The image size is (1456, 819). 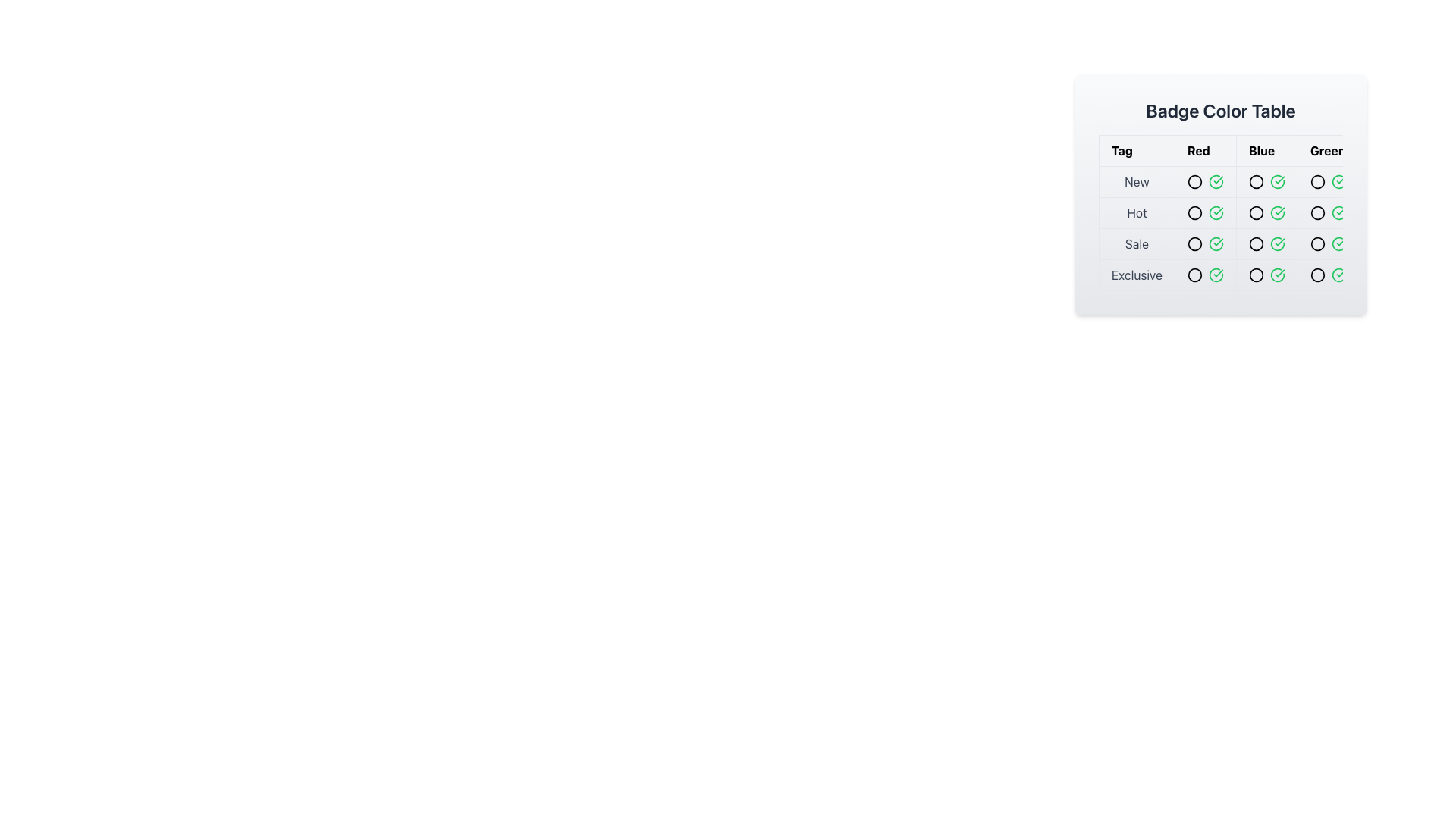 I want to click on the text label 'Hot' styled in gray font, located in the second row of the table under the 'Tag' column, between 'New' and 'Sale', so click(x=1137, y=213).